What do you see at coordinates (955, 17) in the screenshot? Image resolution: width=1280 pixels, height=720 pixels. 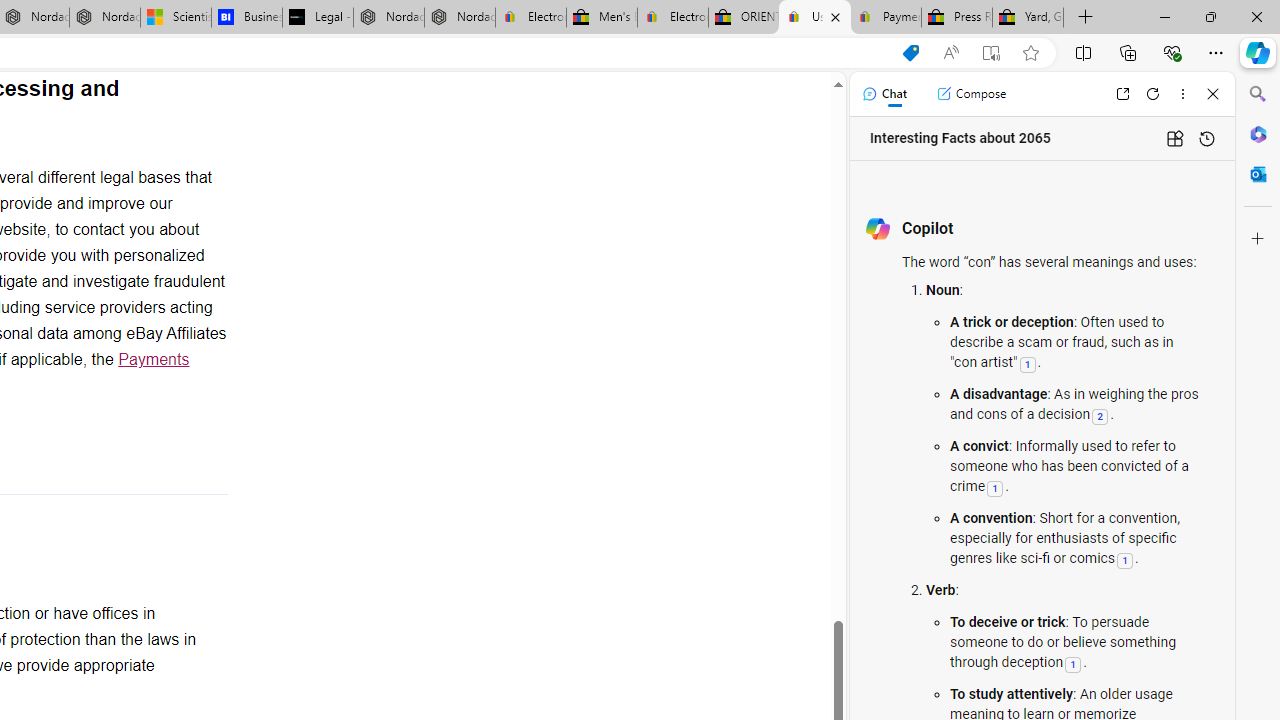 I see `'Press Room - eBay Inc.'` at bounding box center [955, 17].